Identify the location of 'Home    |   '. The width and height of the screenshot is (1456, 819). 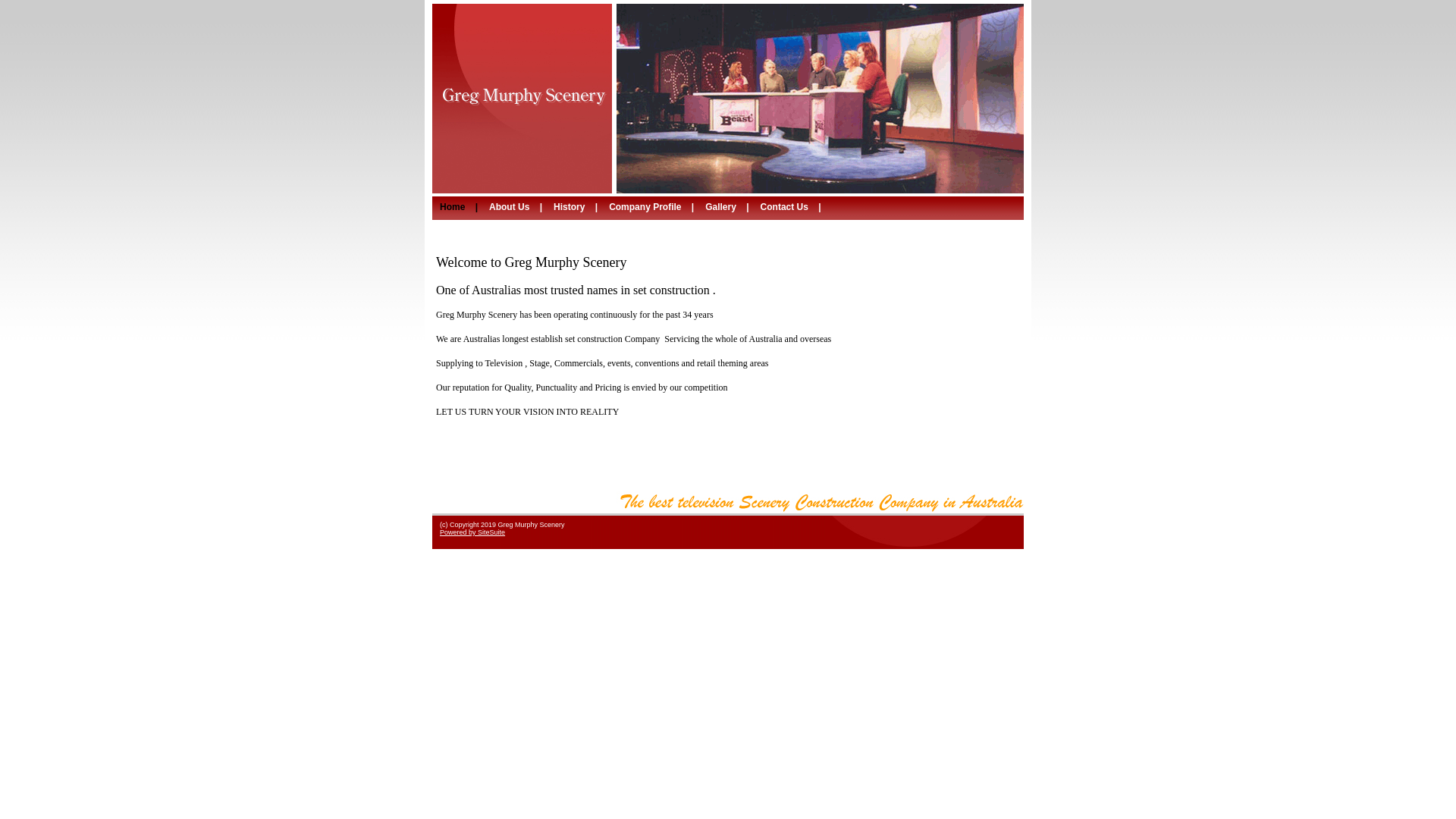
(460, 207).